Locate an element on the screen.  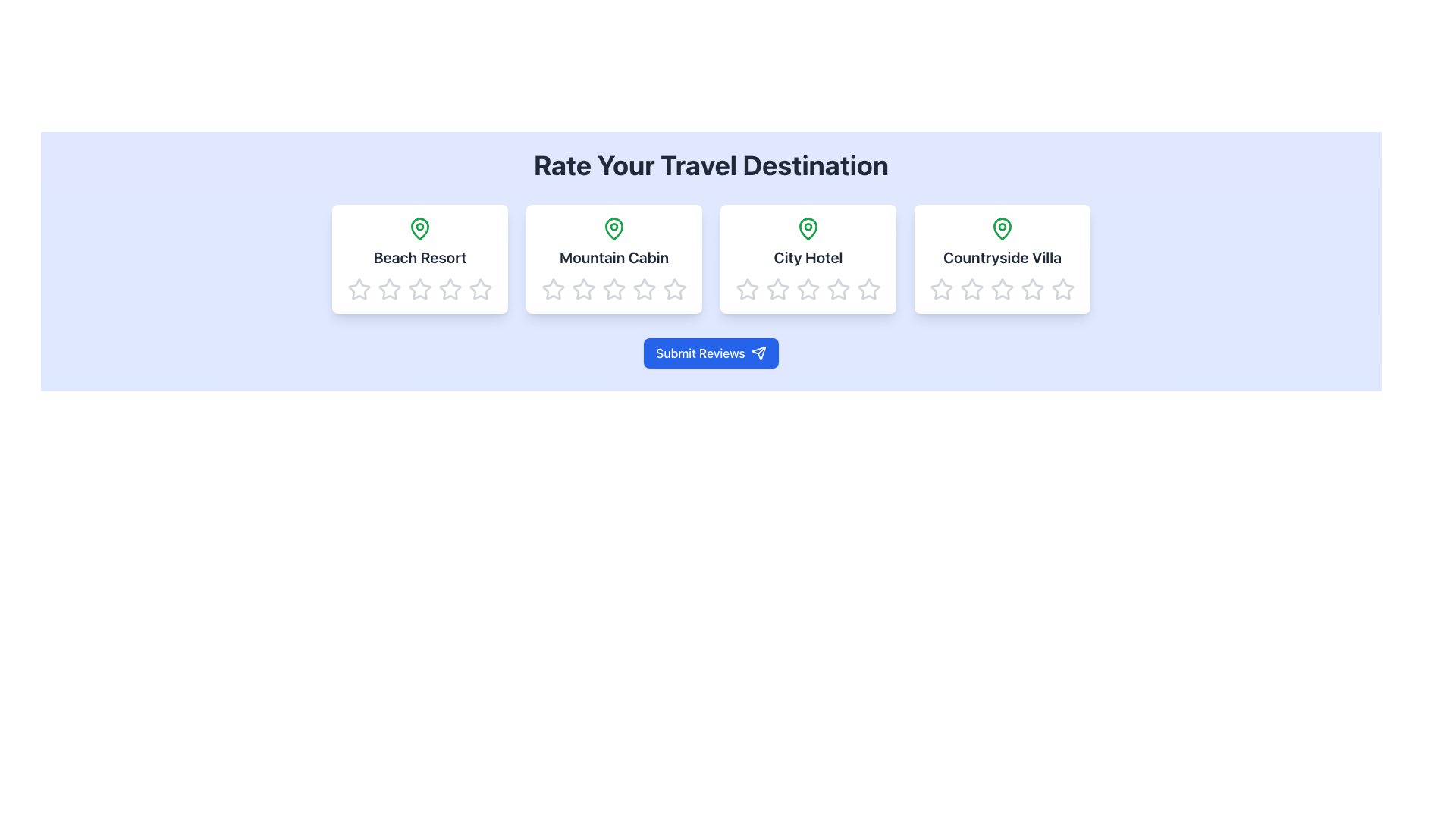
the fourth star icon in the rating system for the 'Beach Resort' is located at coordinates (419, 289).